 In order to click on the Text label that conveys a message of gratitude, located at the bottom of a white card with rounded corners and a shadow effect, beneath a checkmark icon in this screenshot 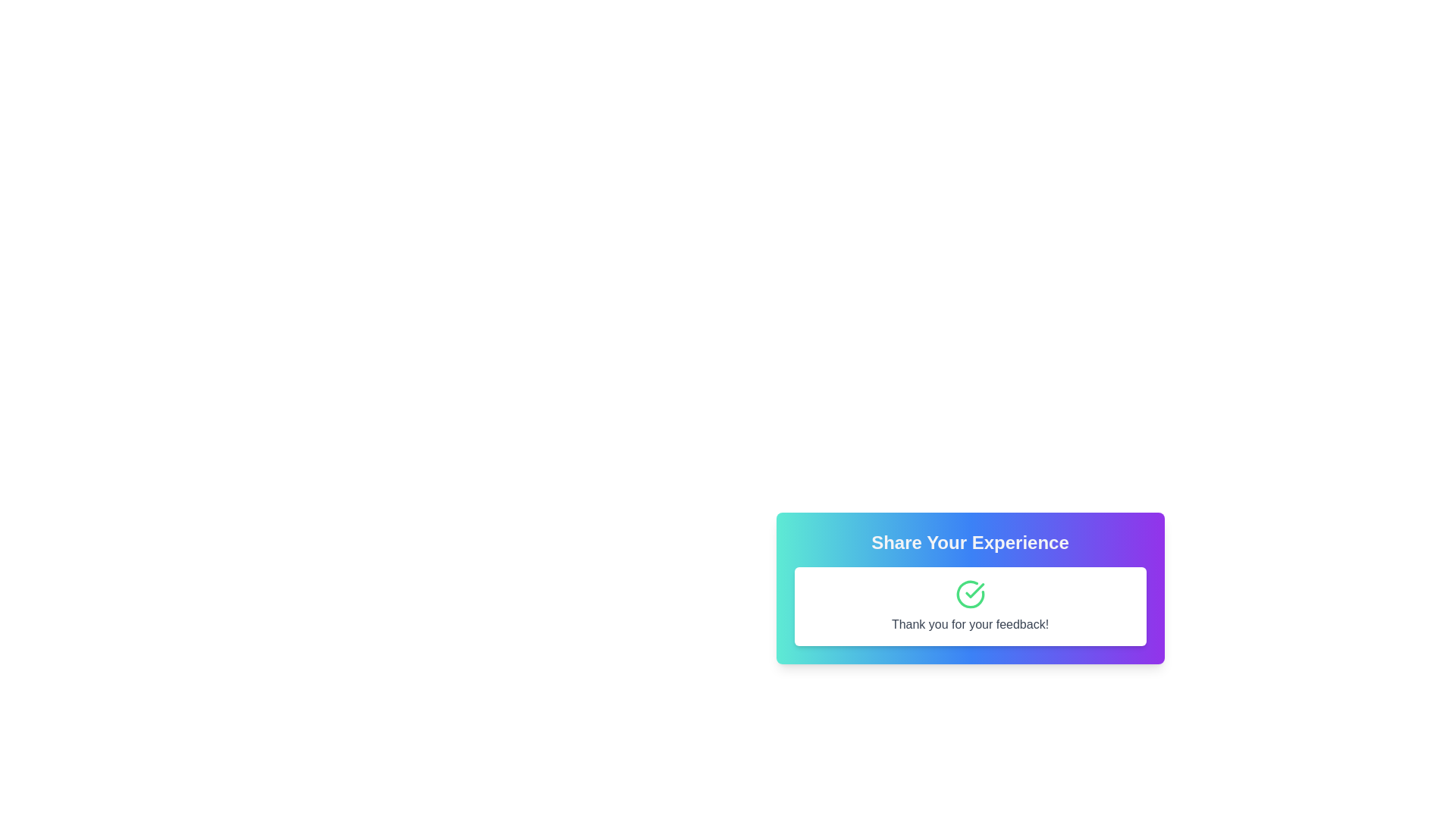, I will do `click(969, 625)`.